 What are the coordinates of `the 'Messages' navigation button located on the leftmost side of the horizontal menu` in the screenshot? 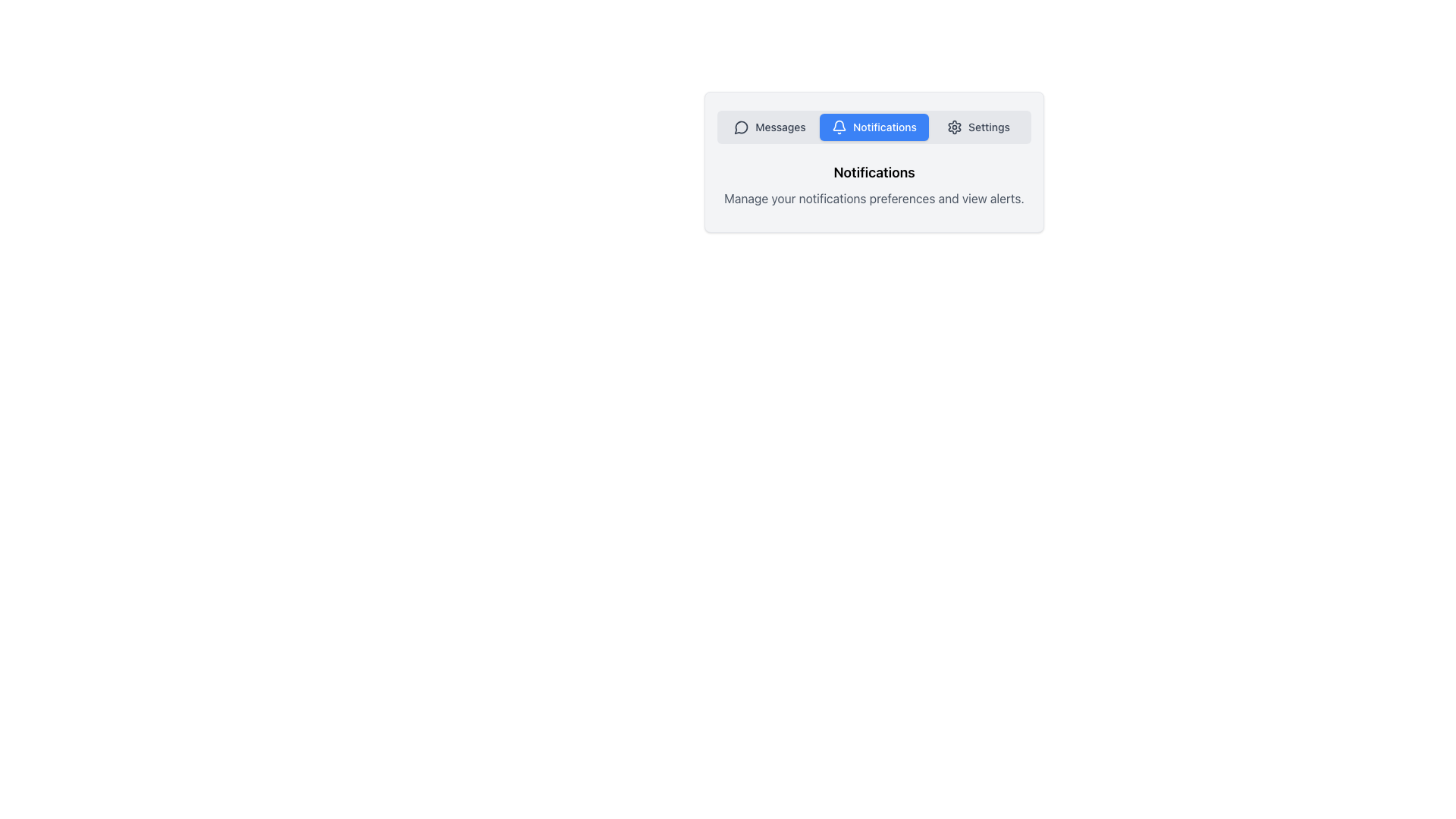 It's located at (770, 127).